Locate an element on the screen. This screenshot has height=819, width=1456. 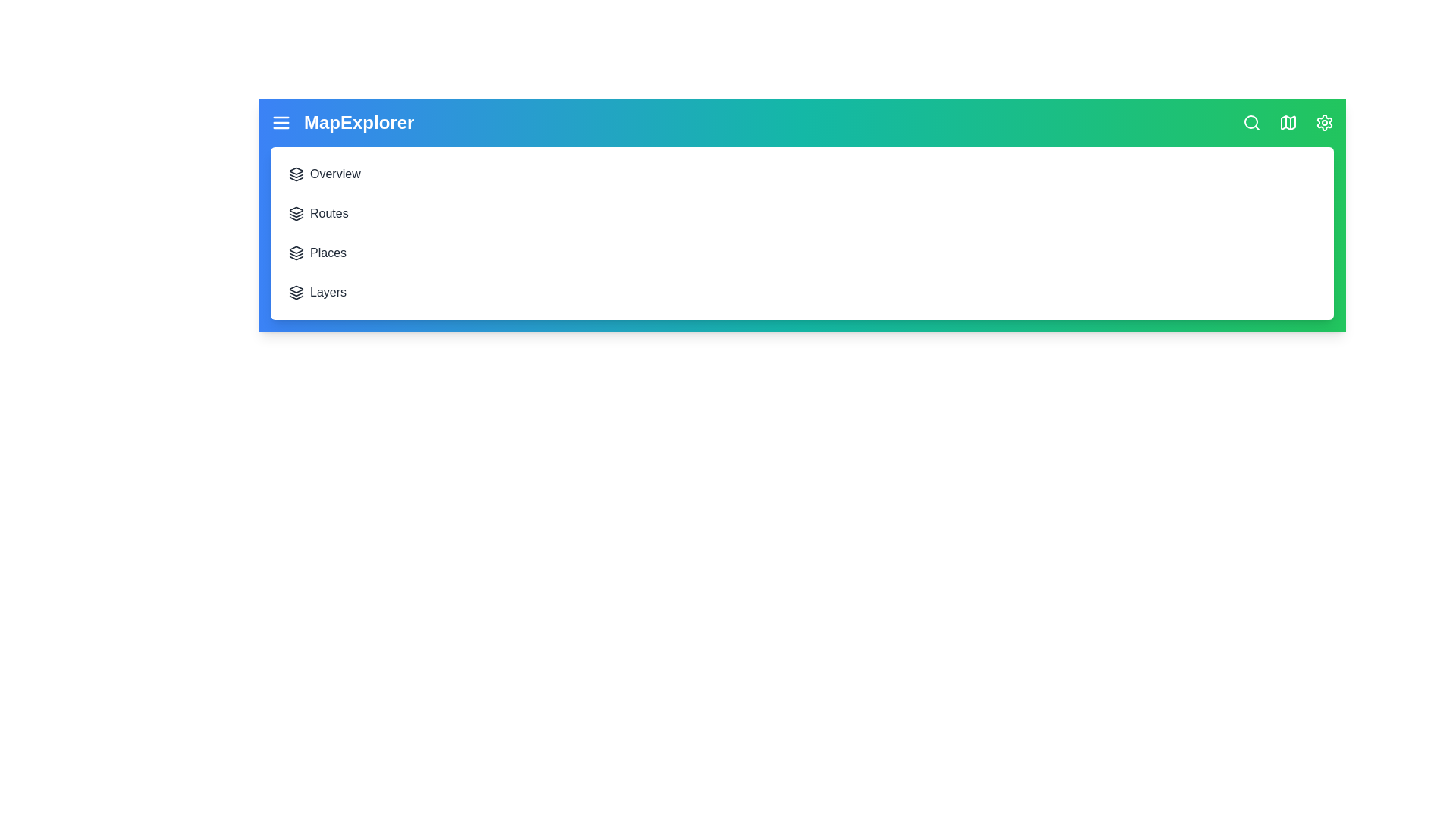
the menu item Layers to navigate to the corresponding section is located at coordinates (296, 292).